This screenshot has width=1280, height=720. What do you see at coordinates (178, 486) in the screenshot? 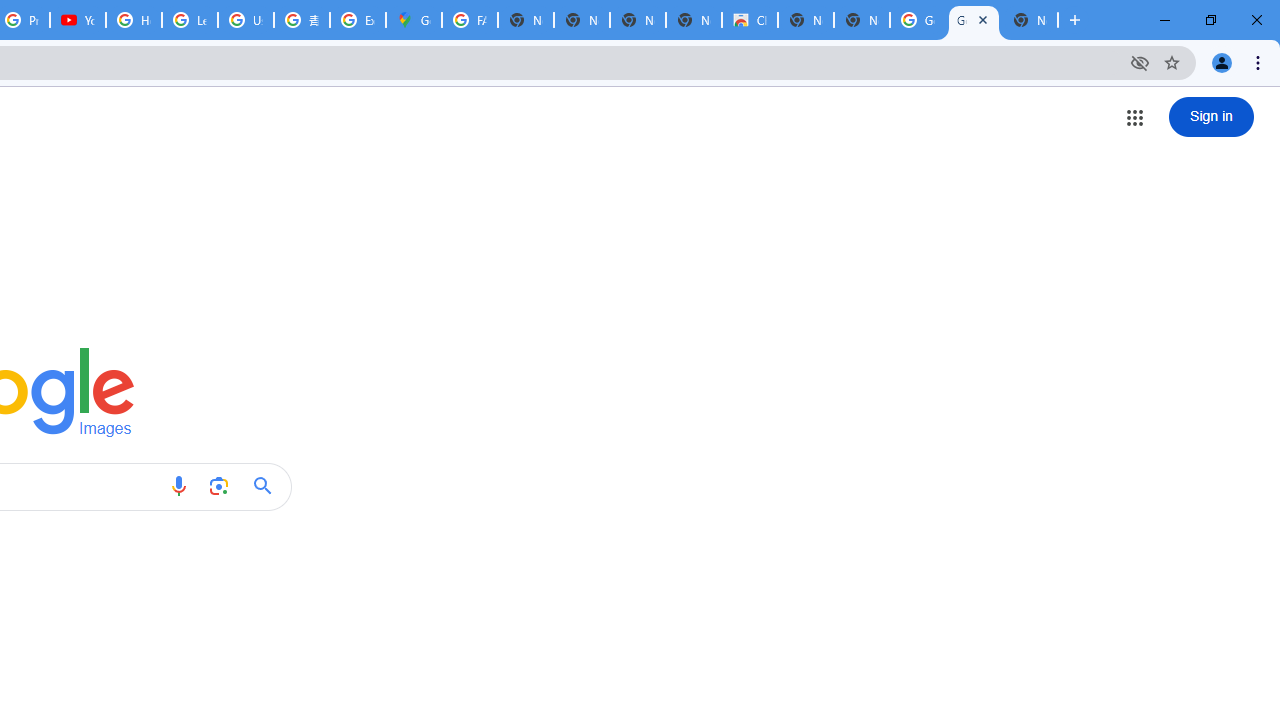
I see `'Search by voice'` at bounding box center [178, 486].